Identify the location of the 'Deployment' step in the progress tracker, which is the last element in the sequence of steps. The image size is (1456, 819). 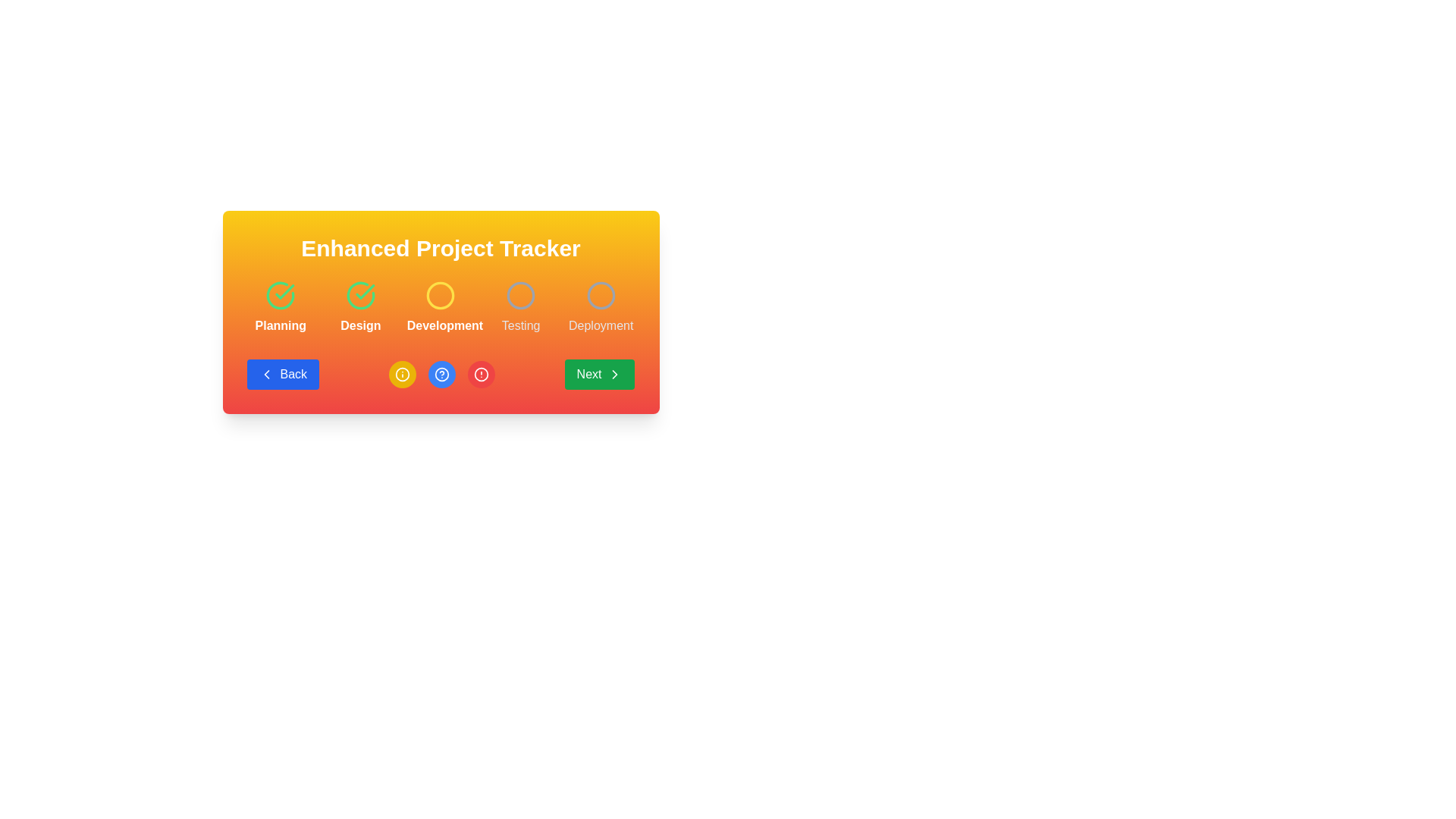
(600, 307).